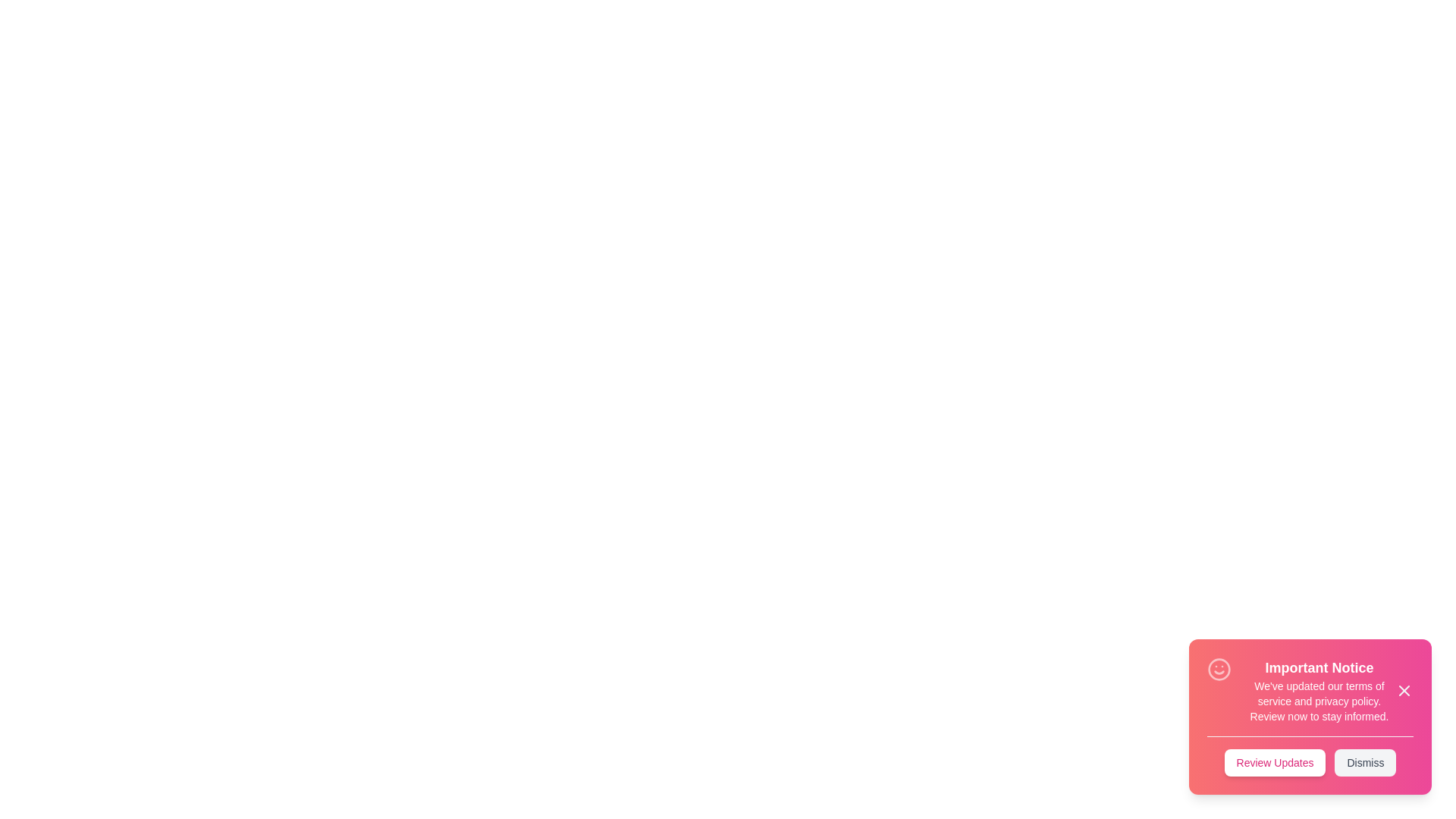 The width and height of the screenshot is (1456, 819). I want to click on the 'Dismiss' button to close the snackbar, so click(1365, 763).